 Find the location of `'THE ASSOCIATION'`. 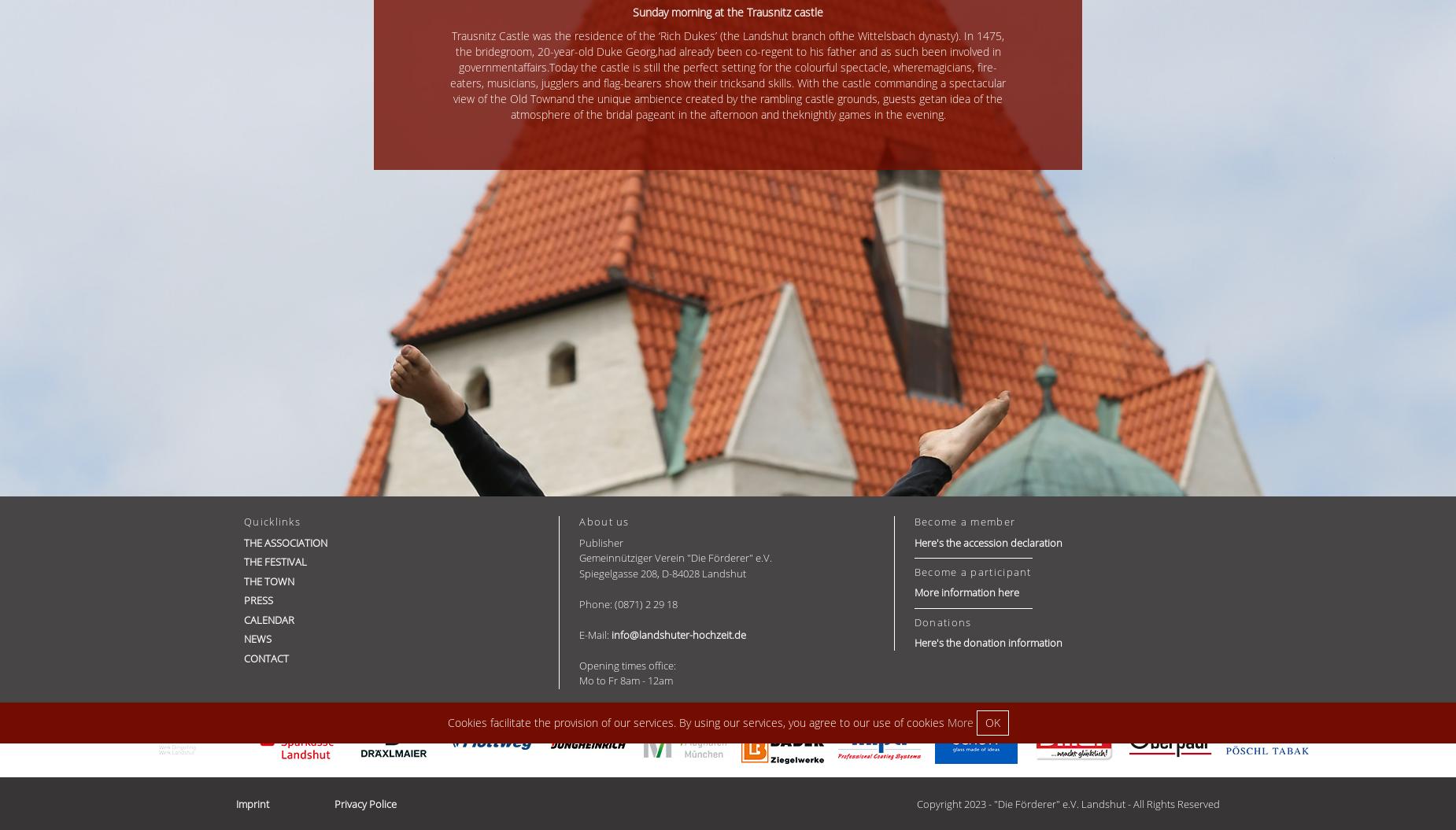

'THE ASSOCIATION' is located at coordinates (284, 541).